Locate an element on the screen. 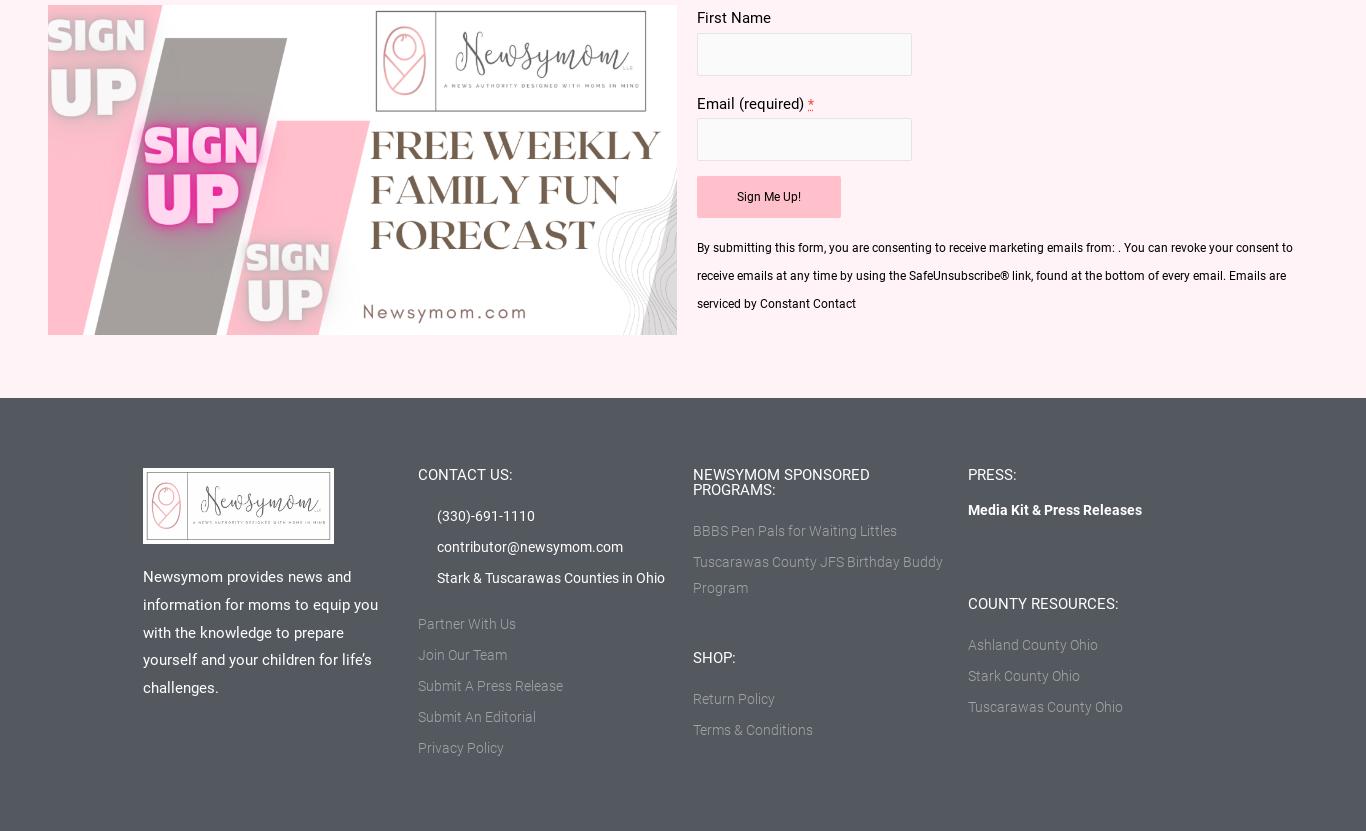 This screenshot has width=1366, height=831. 'First Name' is located at coordinates (733, 18).